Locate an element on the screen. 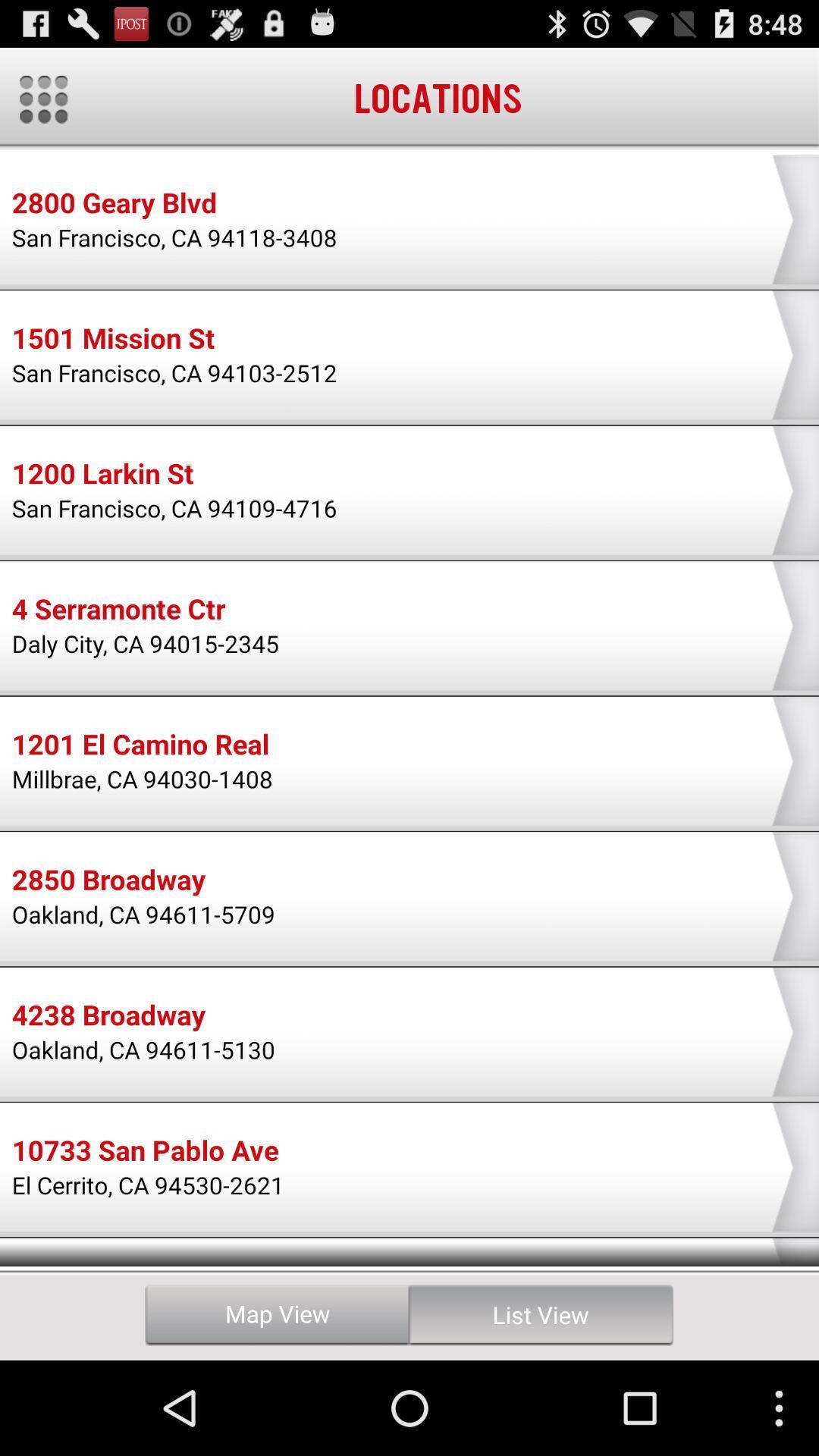 Image resolution: width=819 pixels, height=1456 pixels. the icon below the oakland ca 94611 app is located at coordinates (145, 1153).